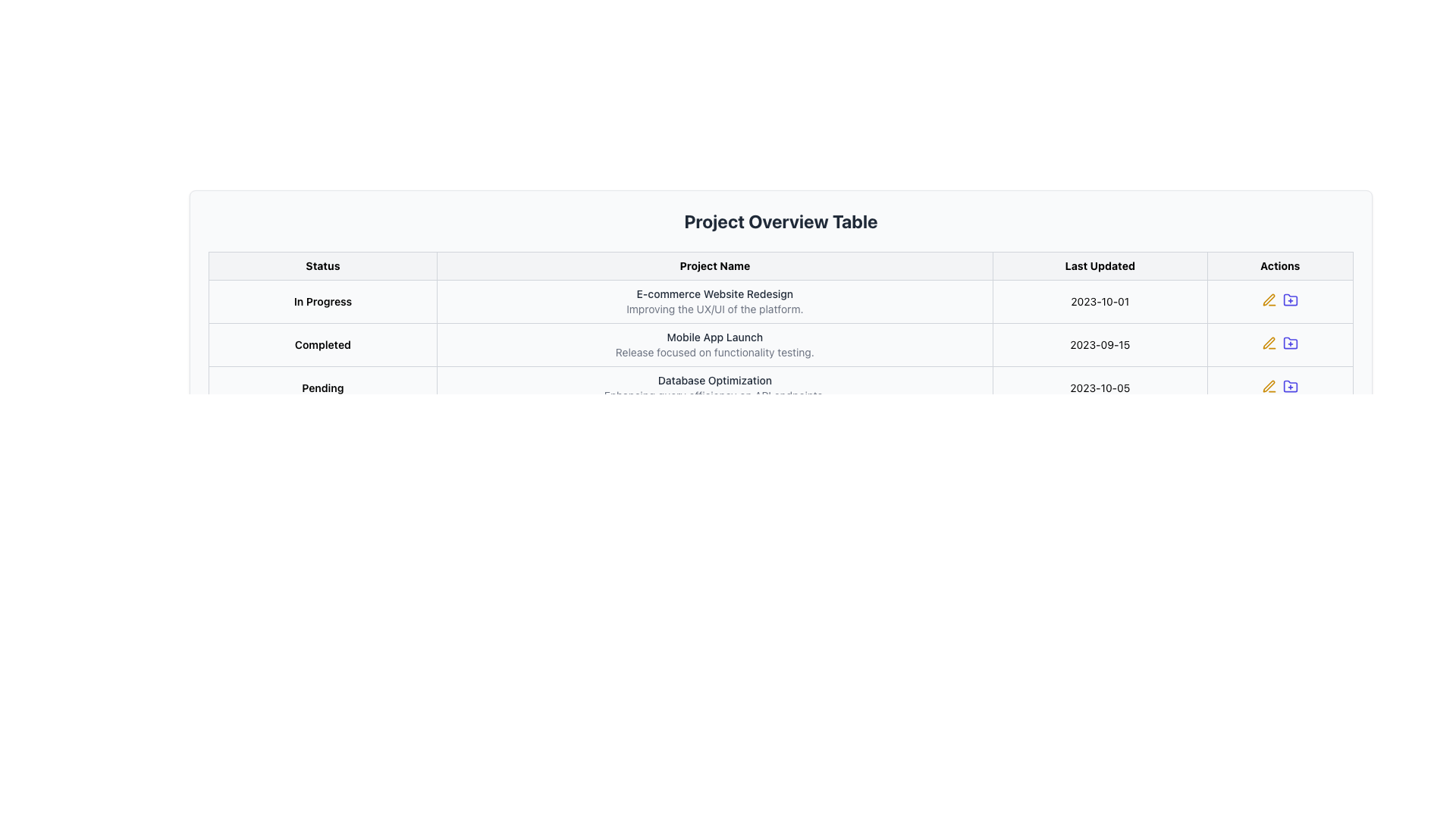 This screenshot has height=819, width=1456. Describe the element at coordinates (781, 301) in the screenshot. I see `the first row of the table which contains 'In Progress' with a blue background, 'E-commerce Website Redesign' in bold, and the date '2023-10-01' to change its background` at that location.